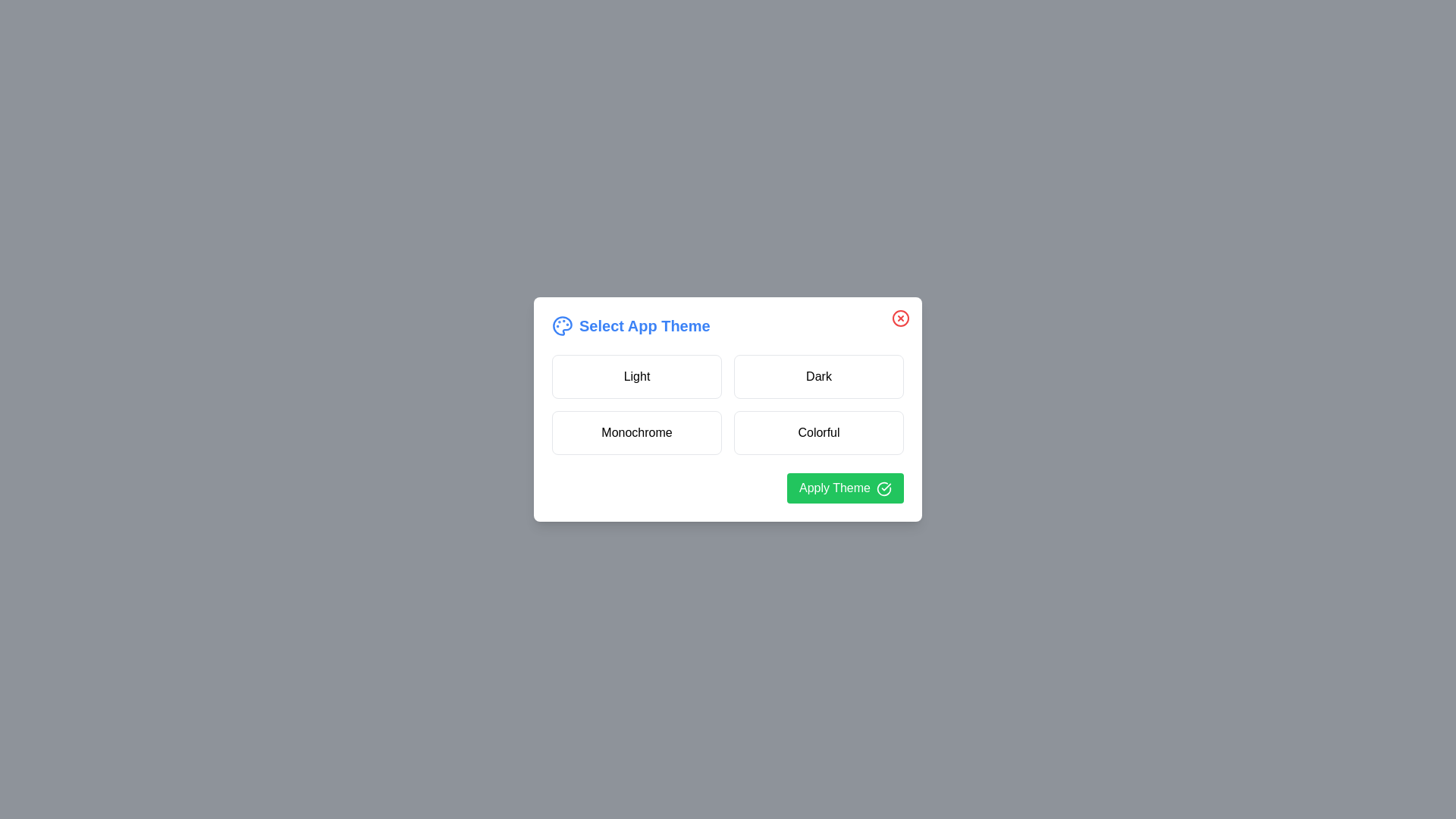  Describe the element at coordinates (637, 432) in the screenshot. I see `the theme Monochrome by clicking on its corresponding button` at that location.